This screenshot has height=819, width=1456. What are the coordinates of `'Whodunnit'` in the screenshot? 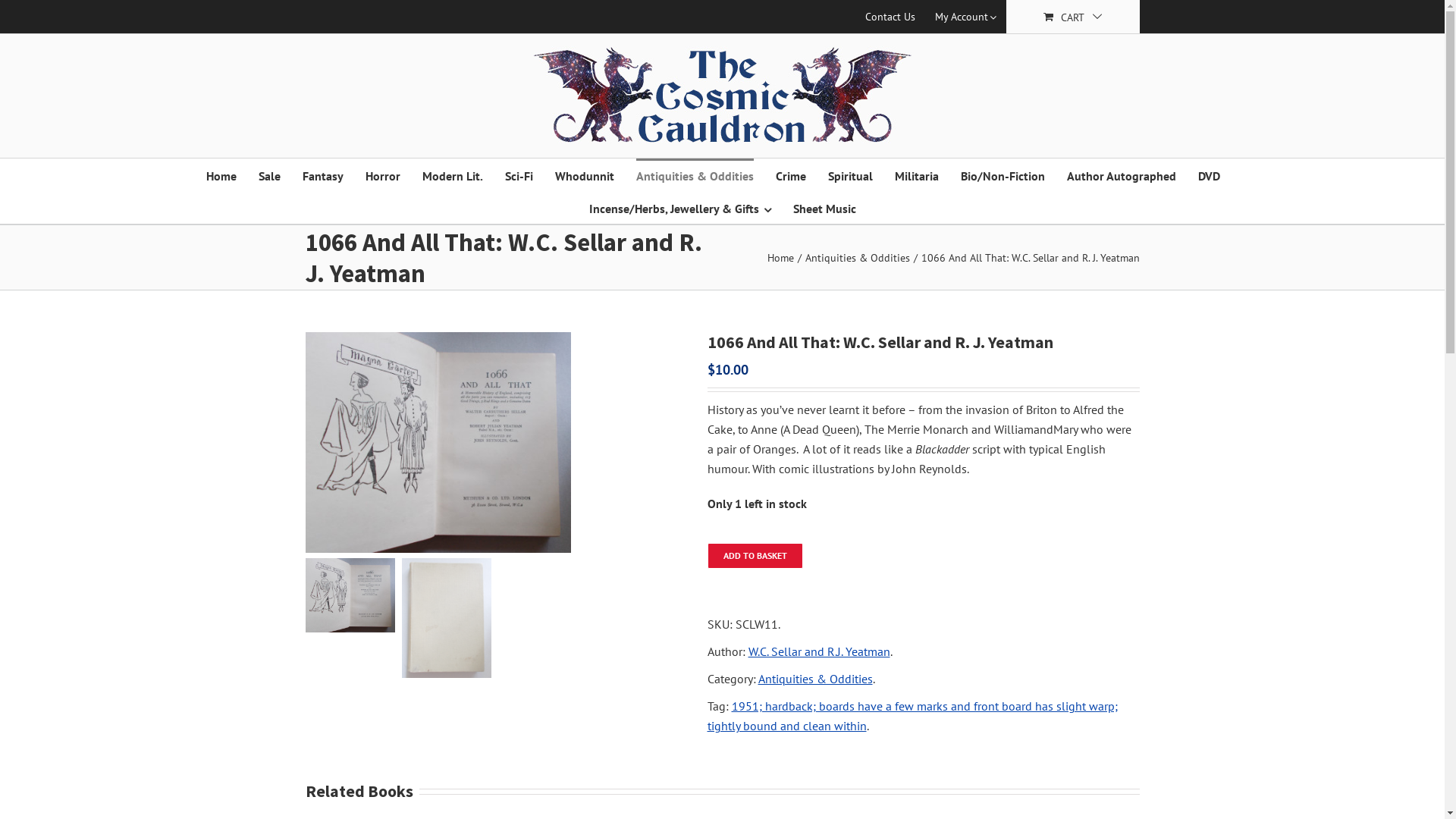 It's located at (584, 174).